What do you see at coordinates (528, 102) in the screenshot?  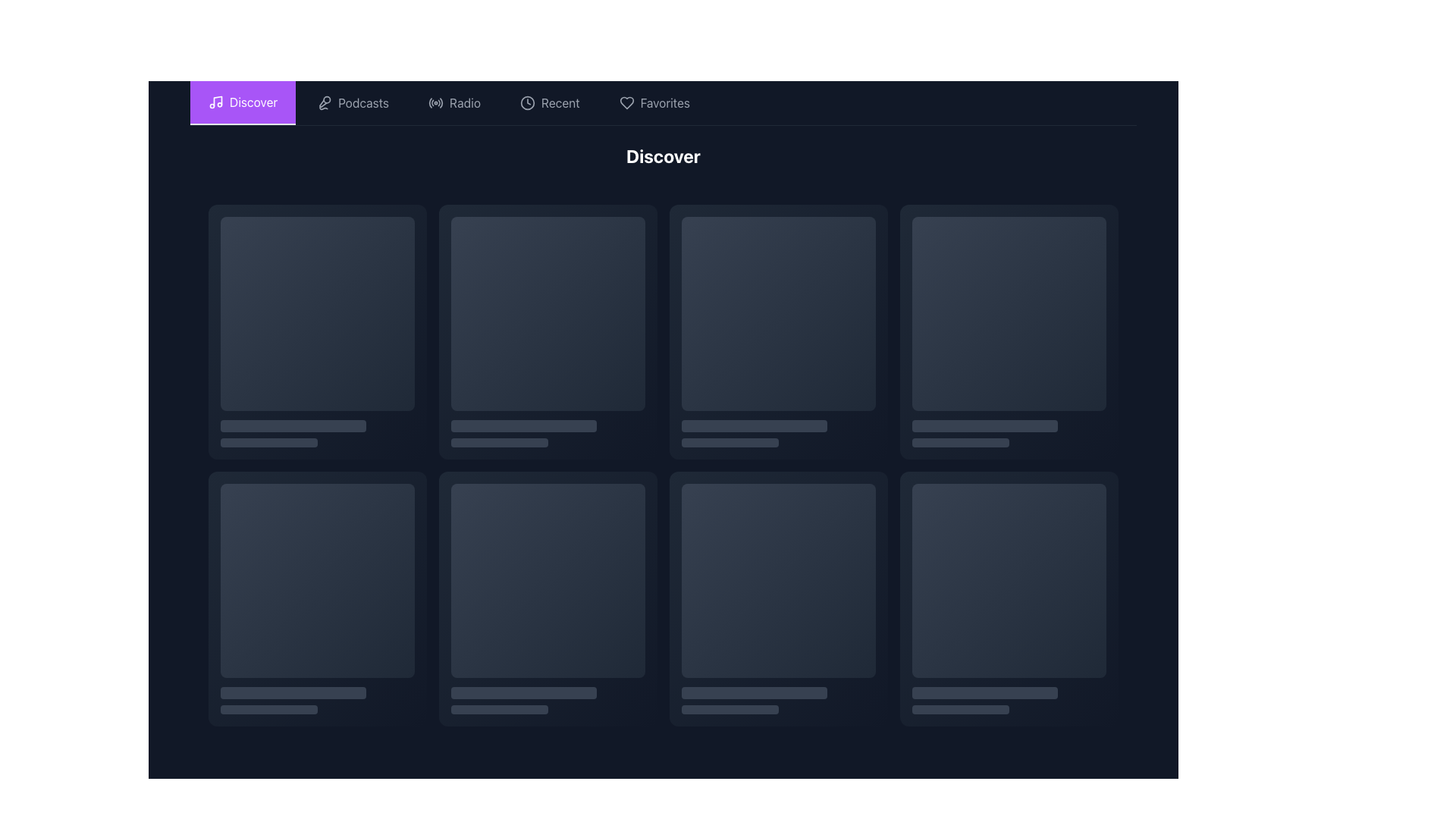 I see `the clock-like icon in the 'Recent' navigation menu, which is positioned between the 'Recent' label and the navigation items` at bounding box center [528, 102].